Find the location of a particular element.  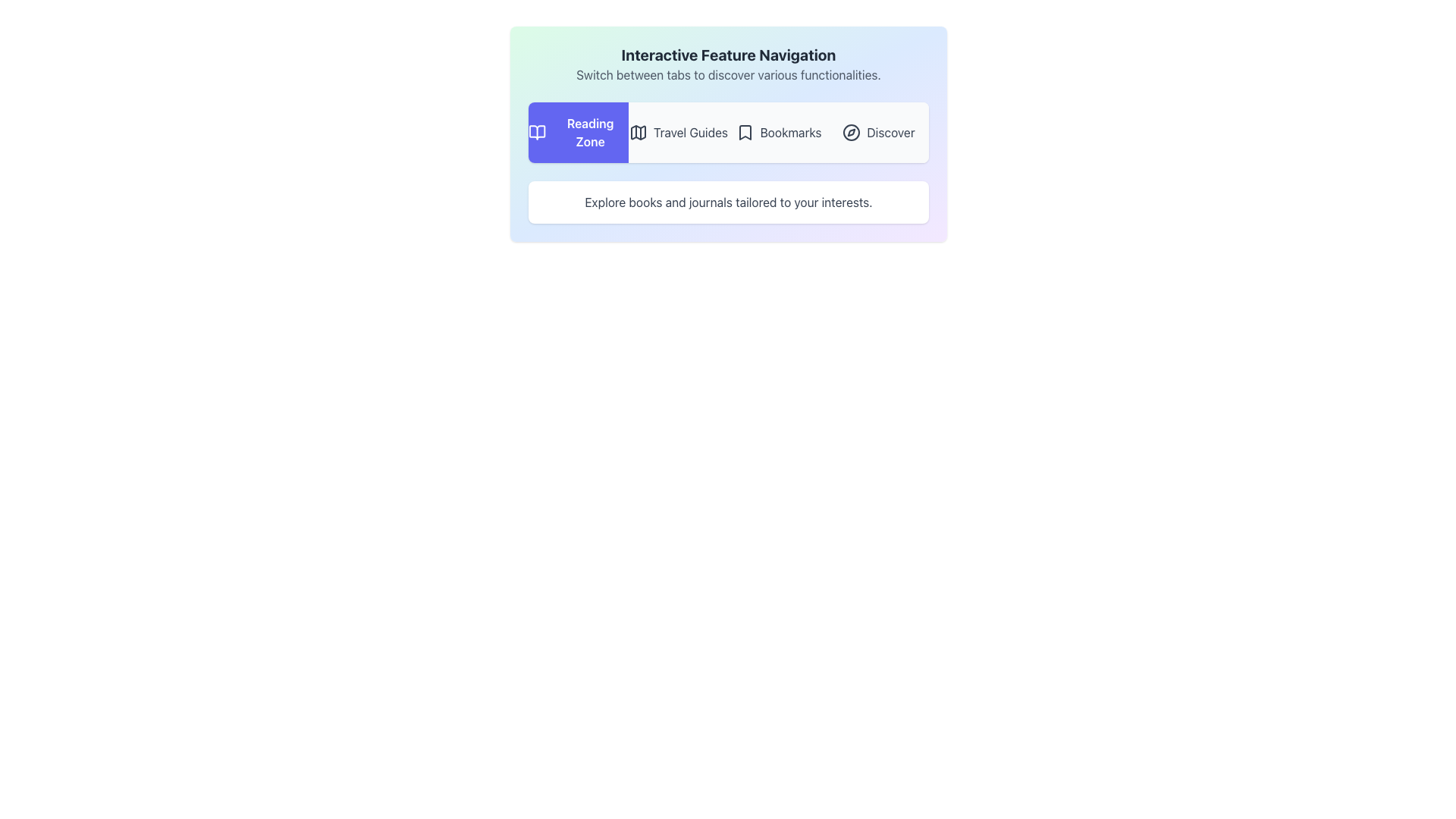

the 'Bookmarks' navigation tab is located at coordinates (779, 131).